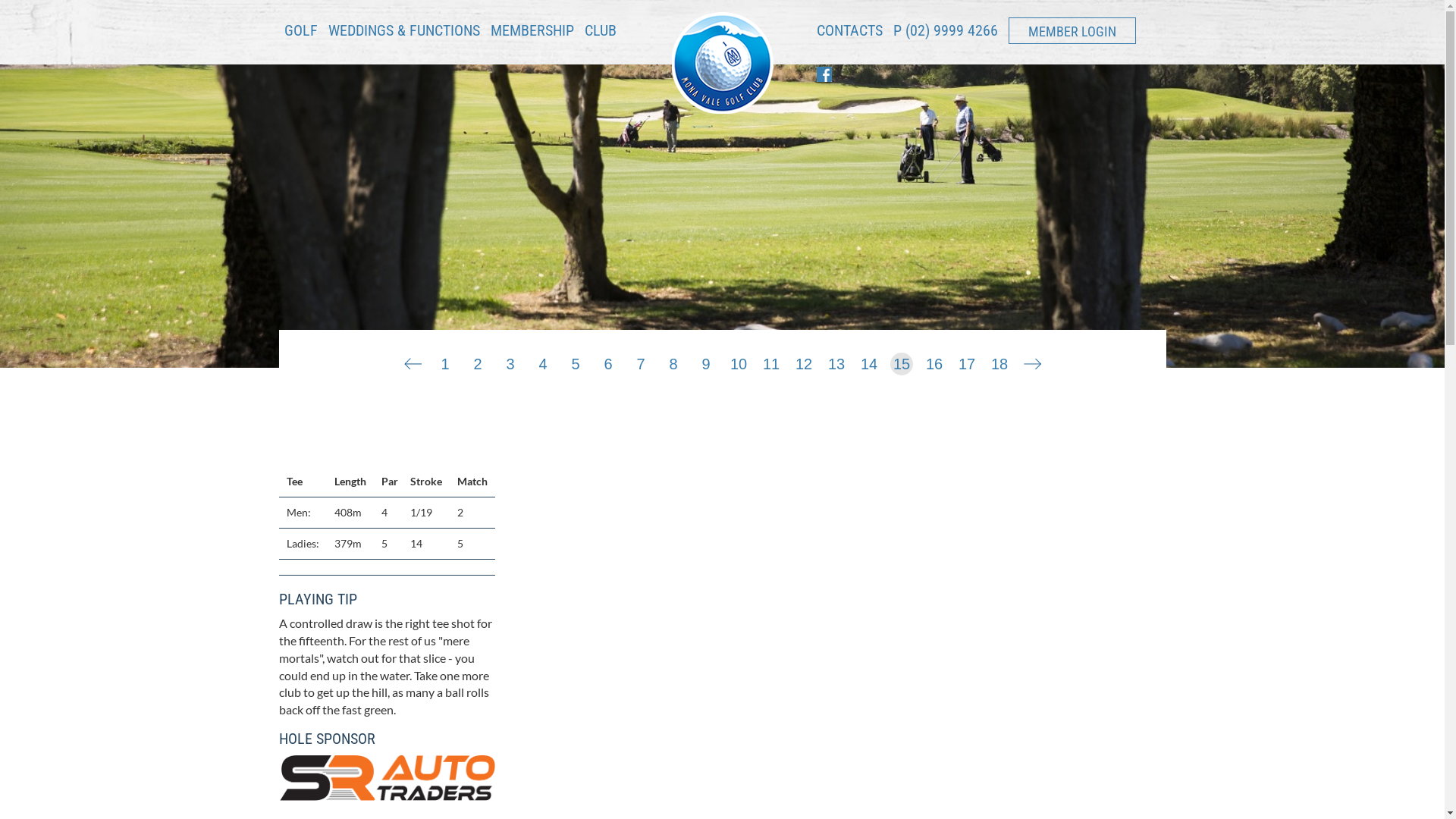 The height and width of the screenshot is (819, 1456). What do you see at coordinates (1072, 30) in the screenshot?
I see `'MEMBER LOGIN'` at bounding box center [1072, 30].